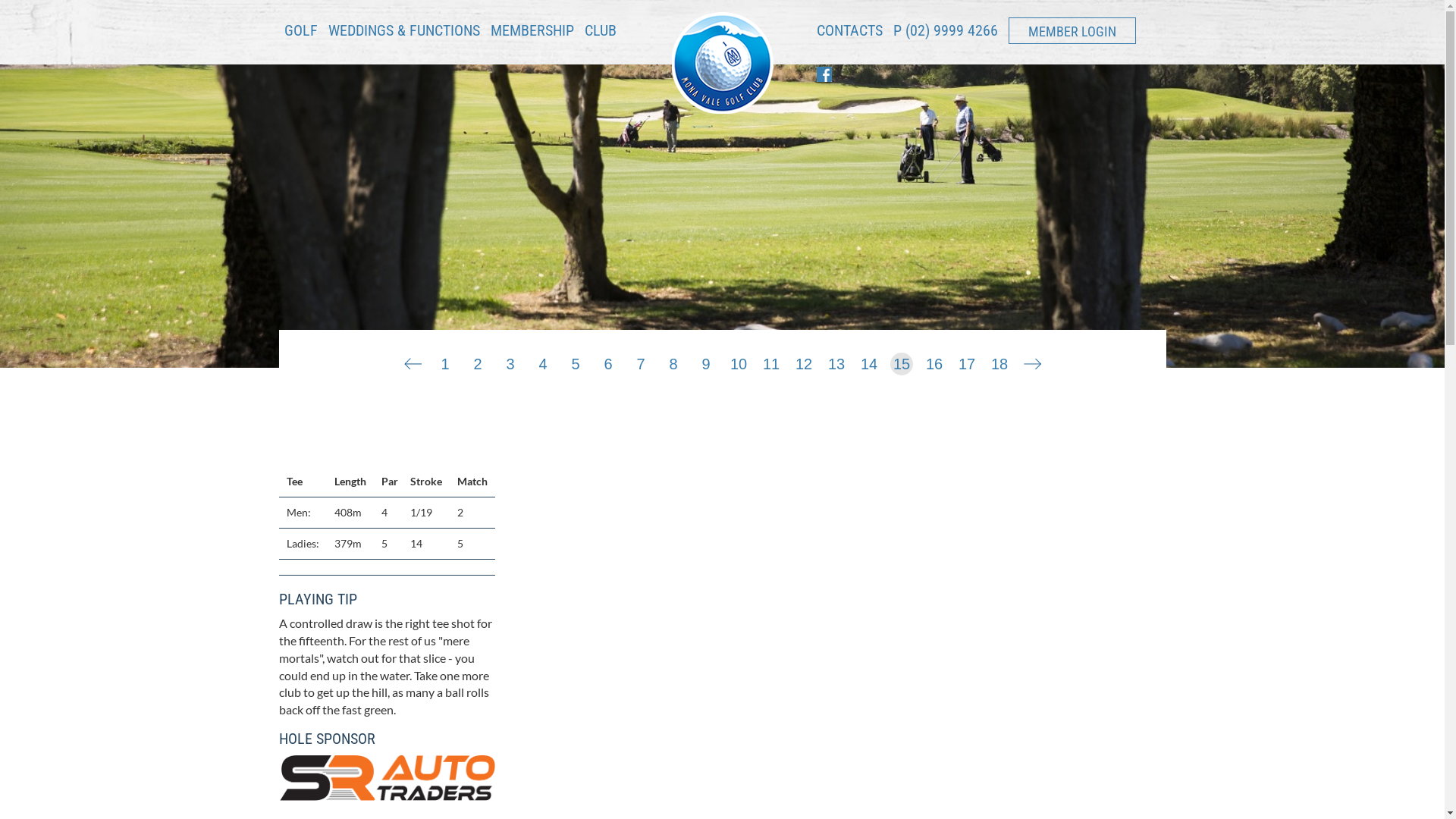 The height and width of the screenshot is (819, 1456). What do you see at coordinates (1072, 30) in the screenshot?
I see `'MEMBER LOGIN'` at bounding box center [1072, 30].